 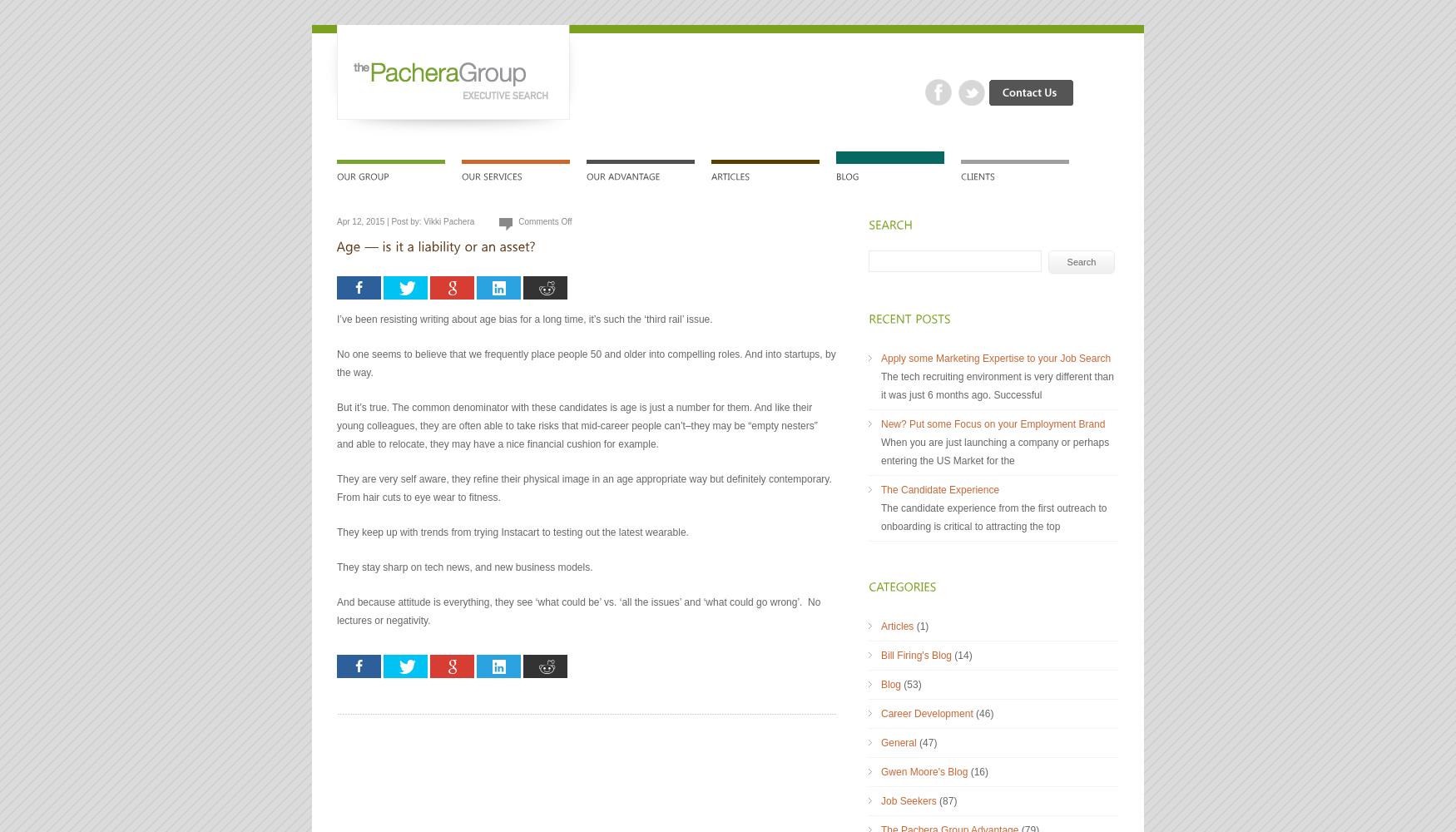 I want to click on 'Apply some Marketing Expertise to your Job Search', so click(x=996, y=359).